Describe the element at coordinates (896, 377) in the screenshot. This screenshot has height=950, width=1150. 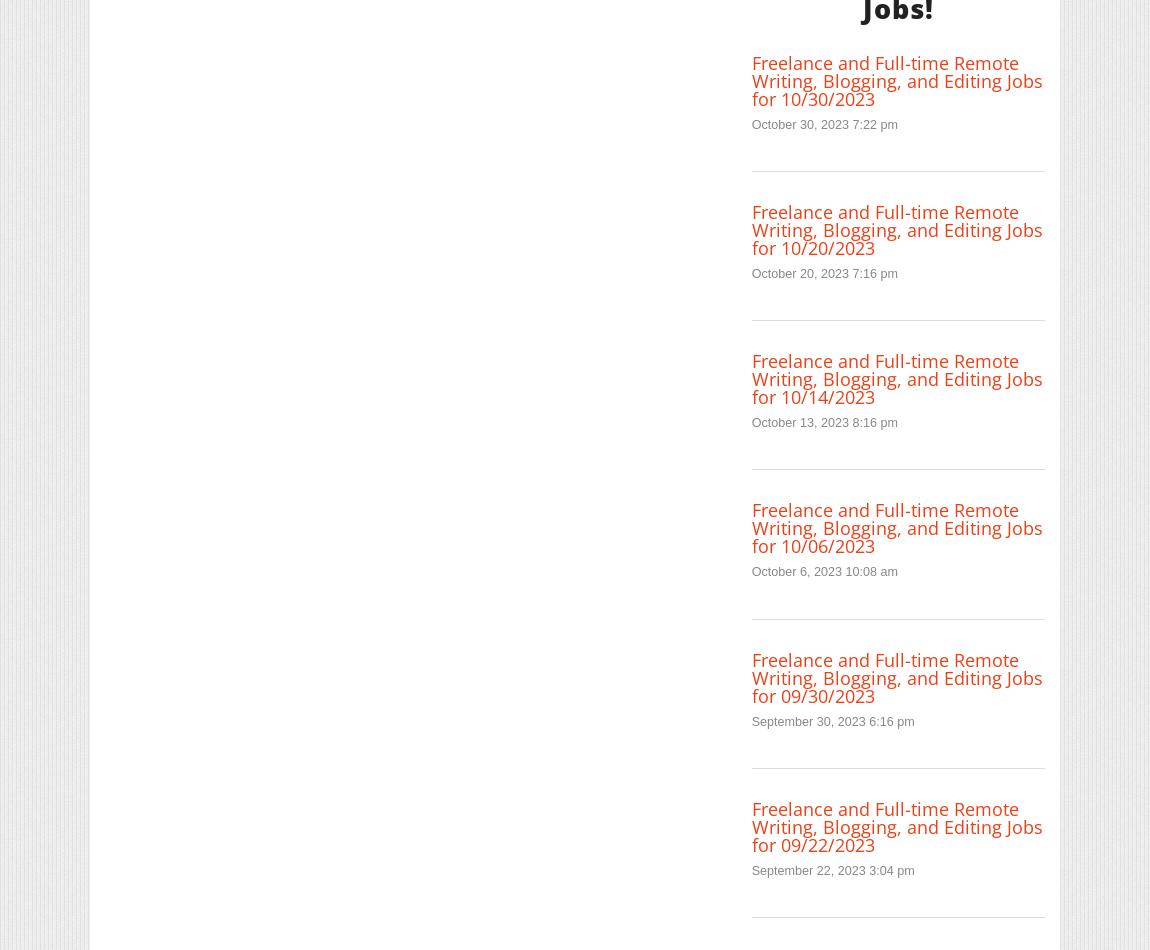
I see `'Freelance and Full-time Remote Writing, Blogging, and Editing Jobs for 10/14/2023'` at that location.